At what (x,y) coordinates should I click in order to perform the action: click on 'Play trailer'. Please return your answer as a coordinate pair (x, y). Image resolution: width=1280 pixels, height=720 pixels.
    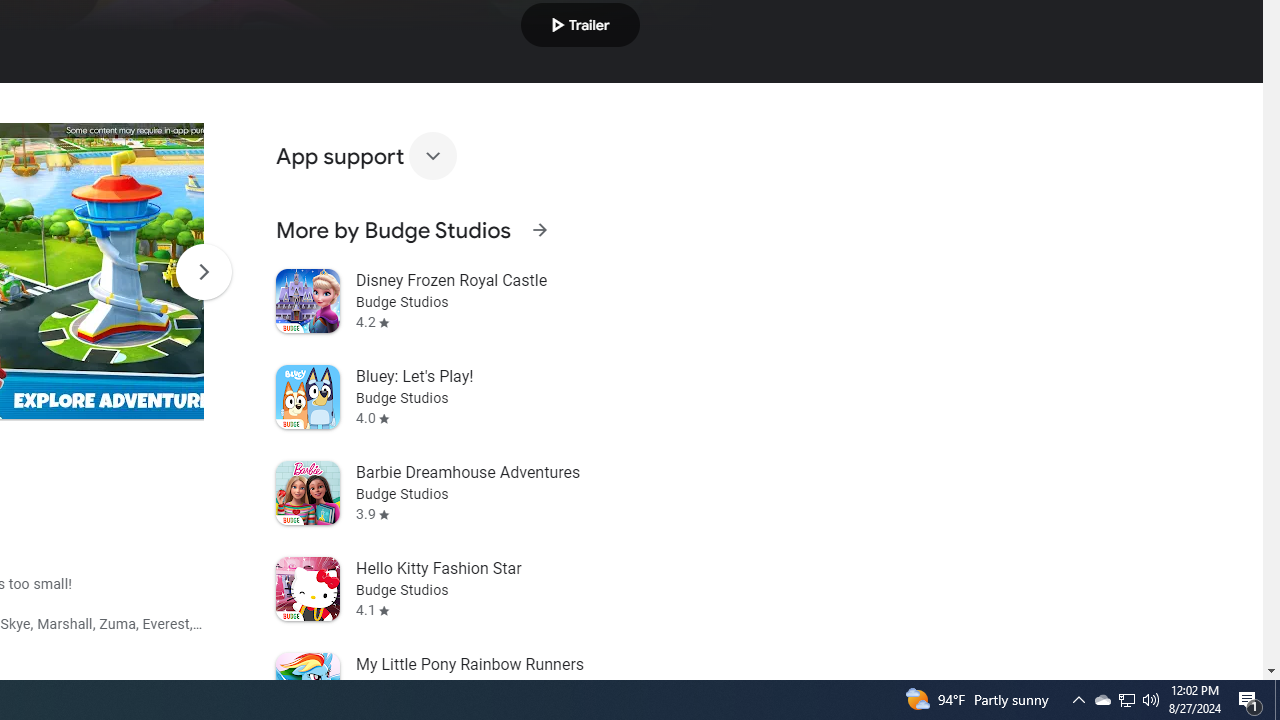
    Looking at the image, I should click on (579, 24).